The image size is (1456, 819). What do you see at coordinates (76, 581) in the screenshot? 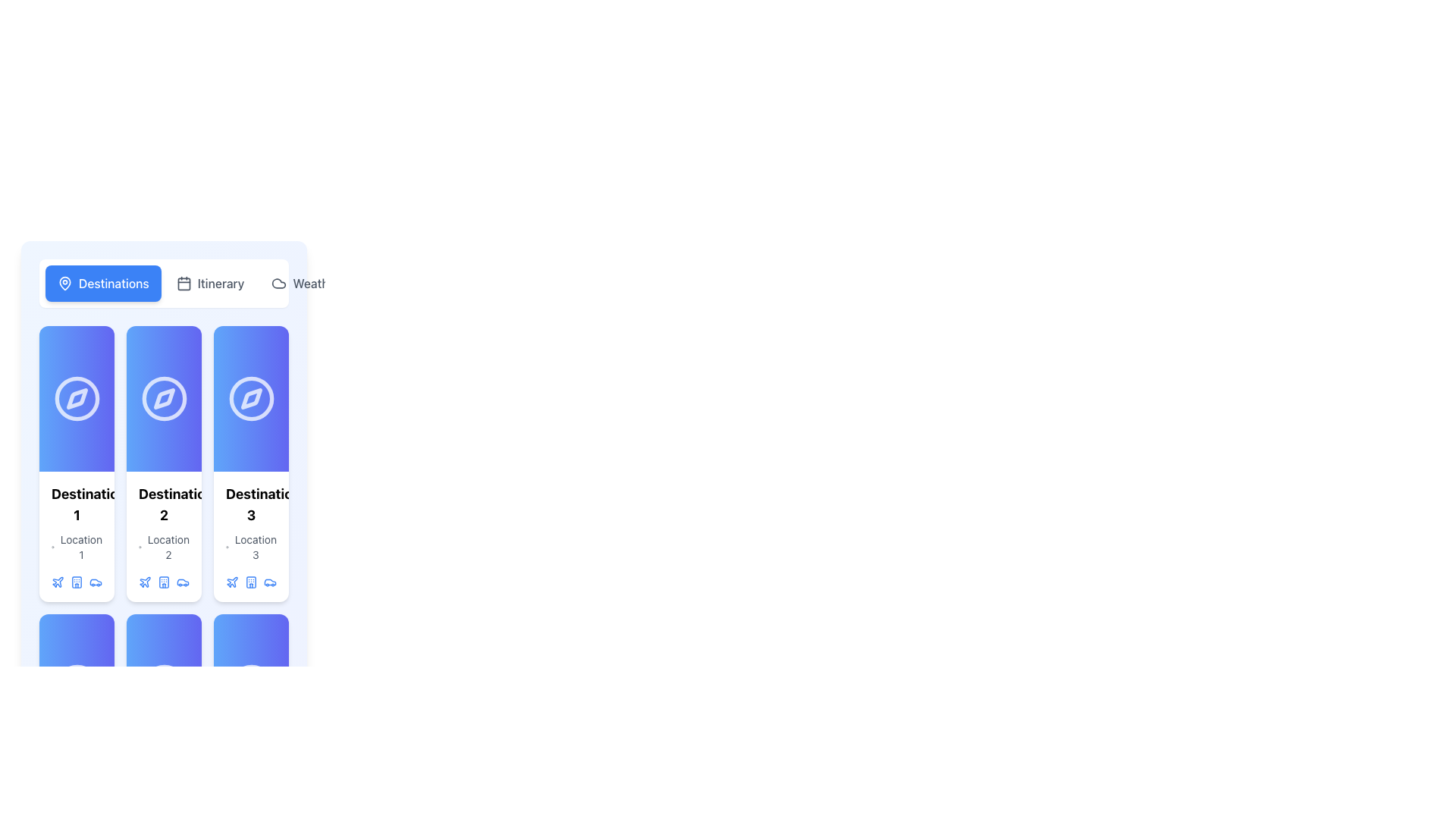
I see `the hotel icon located beneath the 'Destination 1, Location 1' card, positioned as the second icon in a row between the airplane and car icons` at bounding box center [76, 581].